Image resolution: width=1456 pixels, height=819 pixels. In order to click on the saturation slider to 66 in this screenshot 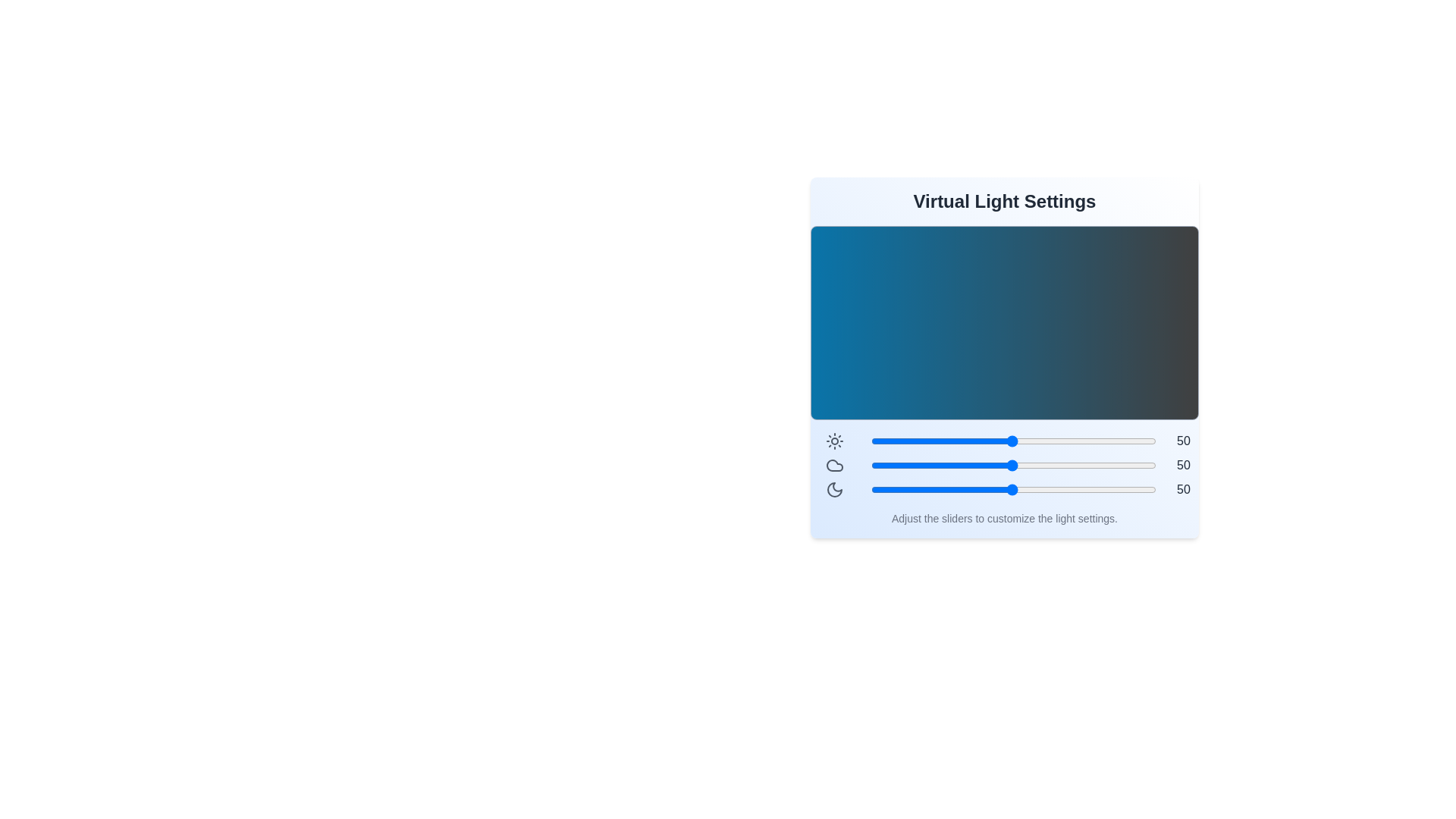, I will do `click(1057, 489)`.